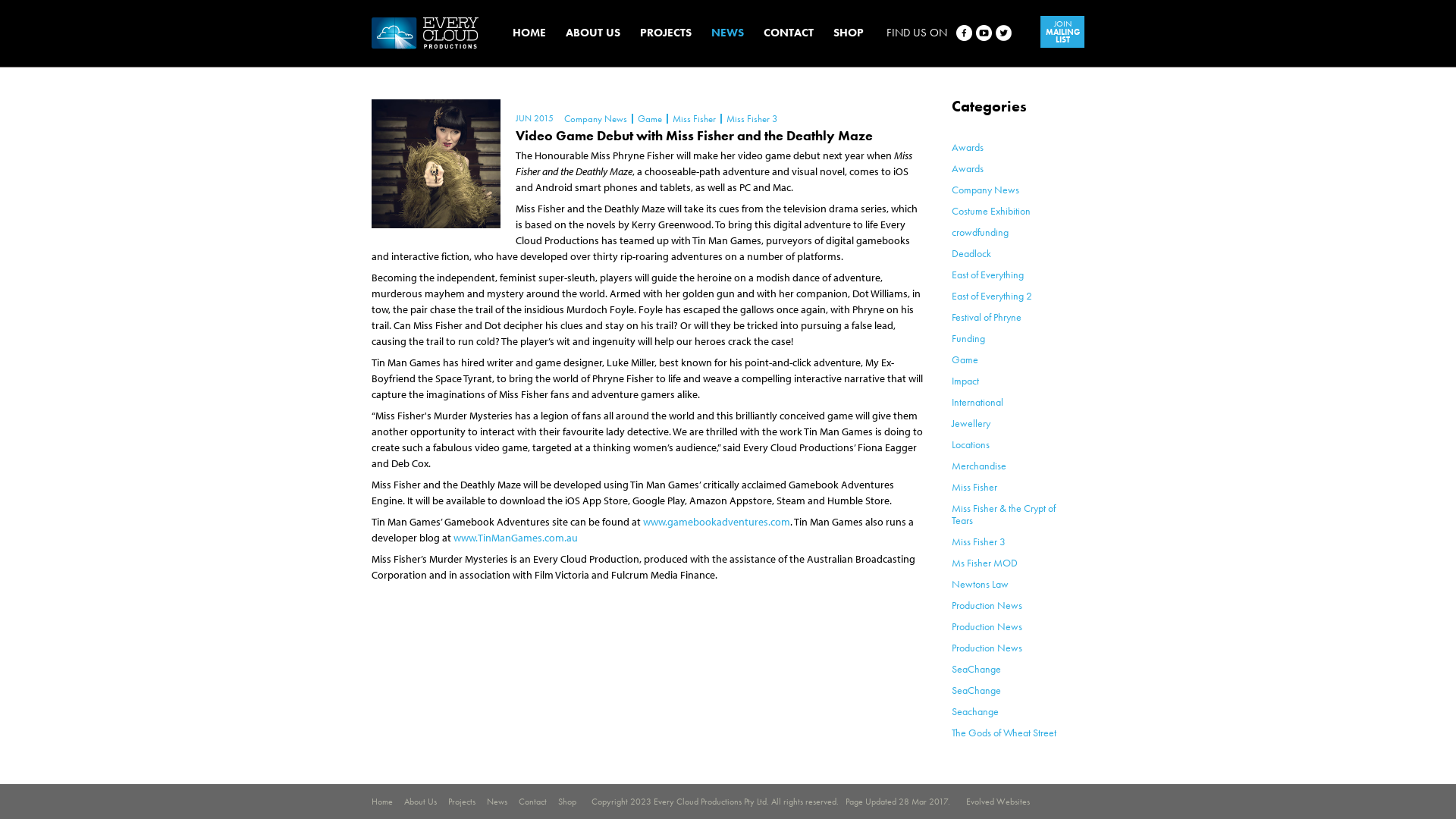 The width and height of the screenshot is (1456, 819). I want to click on 'Projects', so click(461, 800).